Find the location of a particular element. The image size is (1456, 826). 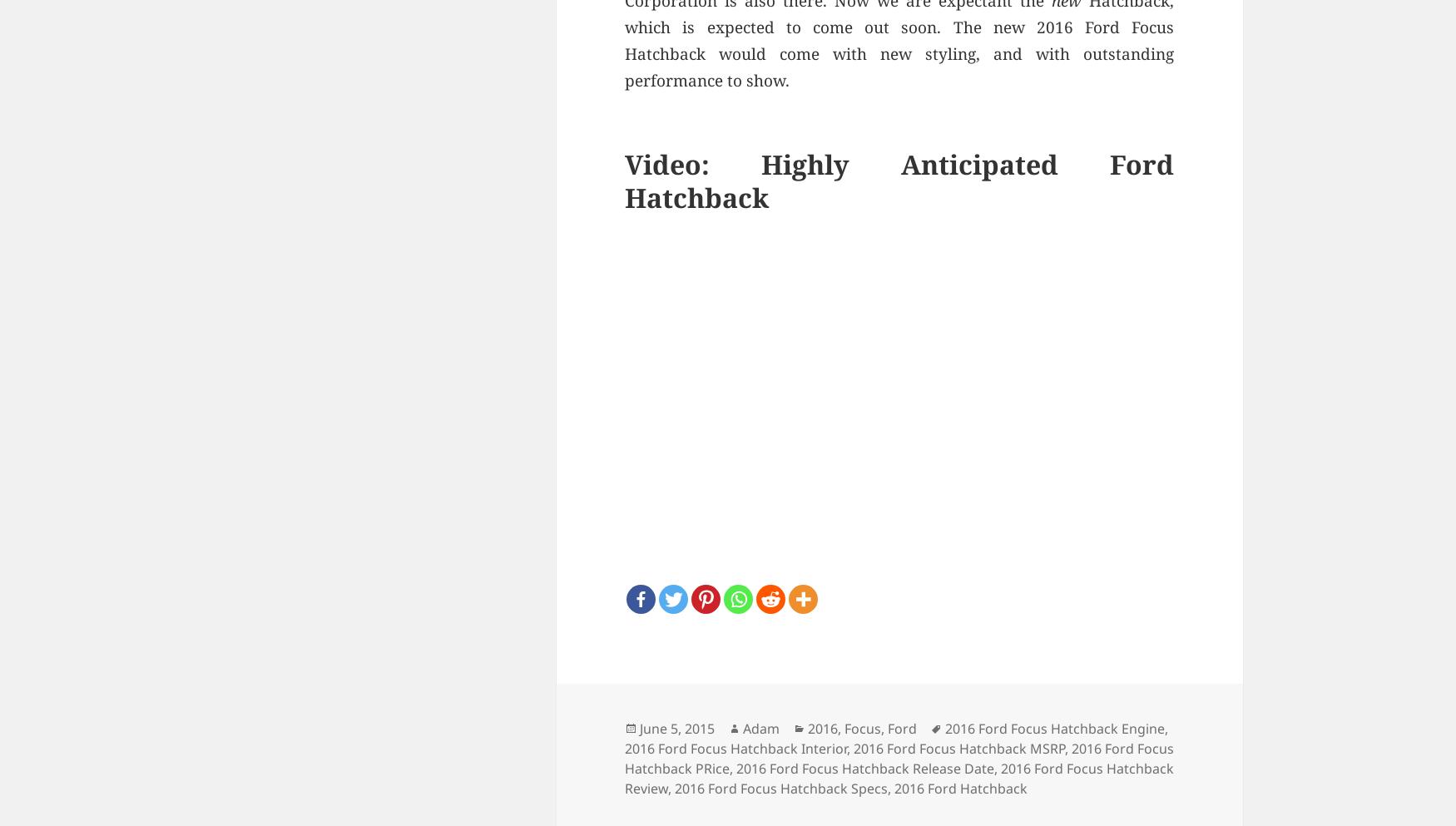

'2016 Ford Focus Hatchback Specs' is located at coordinates (781, 787).